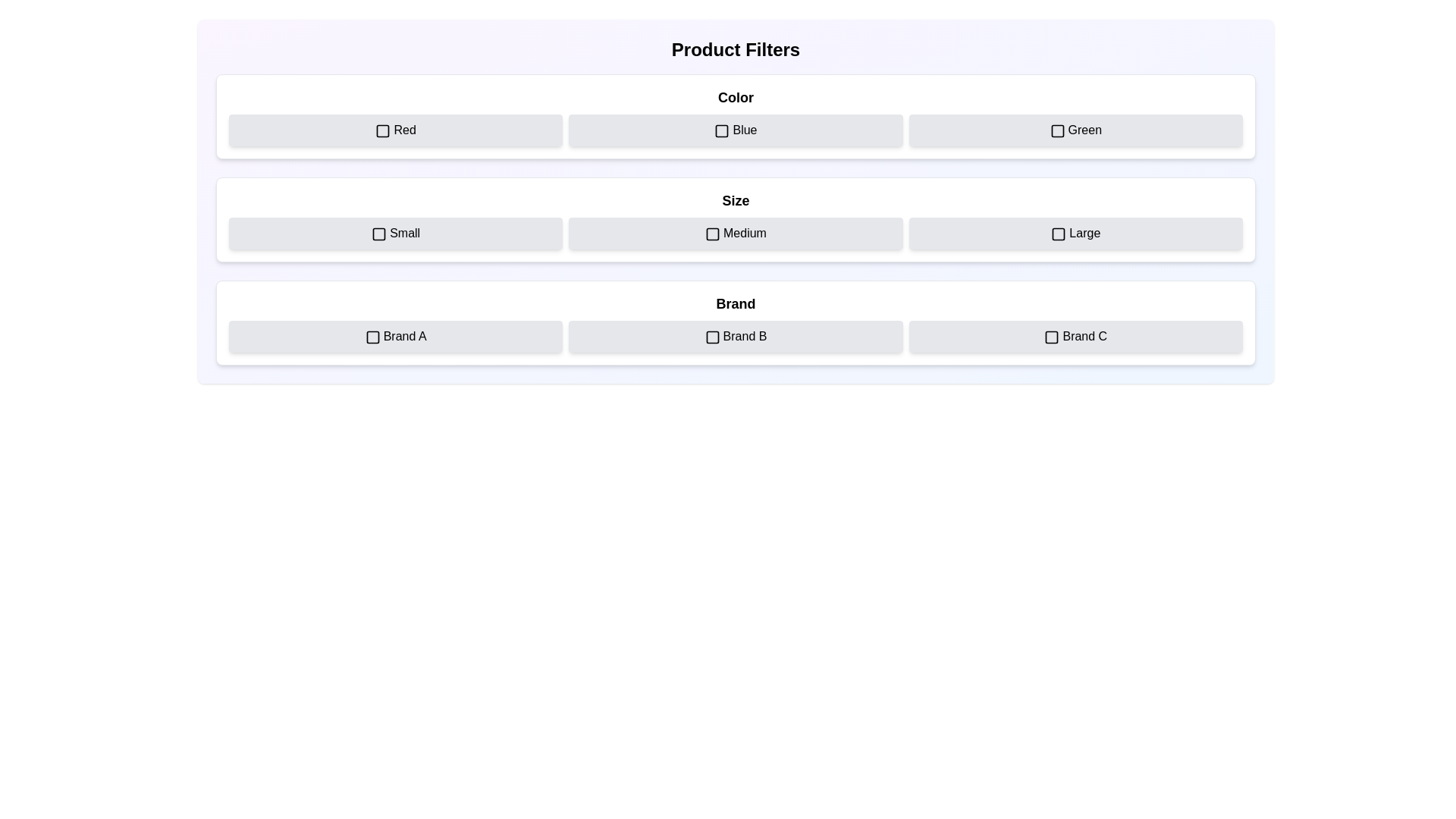 Image resolution: width=1456 pixels, height=819 pixels. Describe the element at coordinates (396, 234) in the screenshot. I see `the checkbox on the 'Small' button` at that location.